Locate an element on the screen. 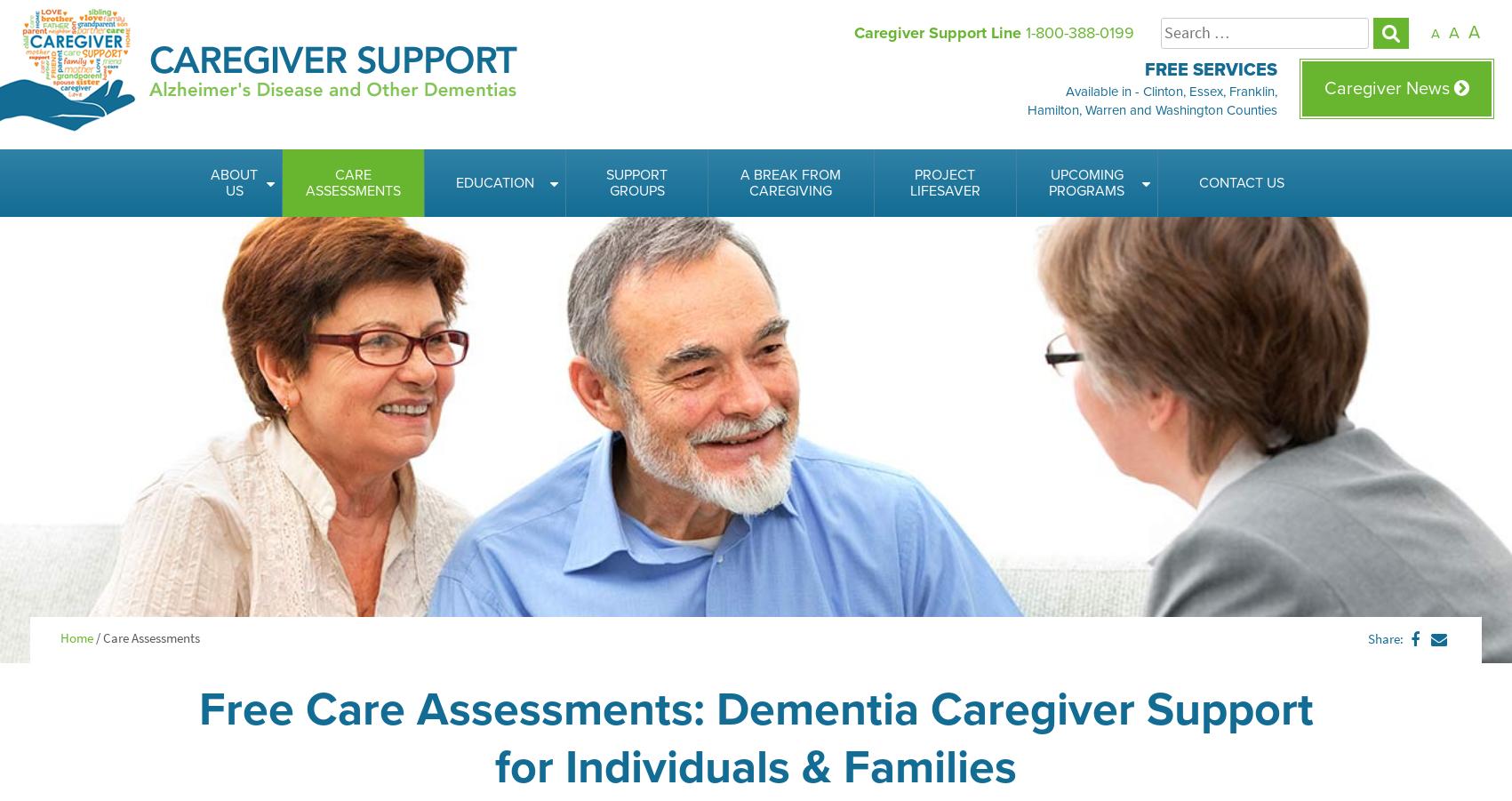 This screenshot has width=1512, height=801. '/' is located at coordinates (98, 638).